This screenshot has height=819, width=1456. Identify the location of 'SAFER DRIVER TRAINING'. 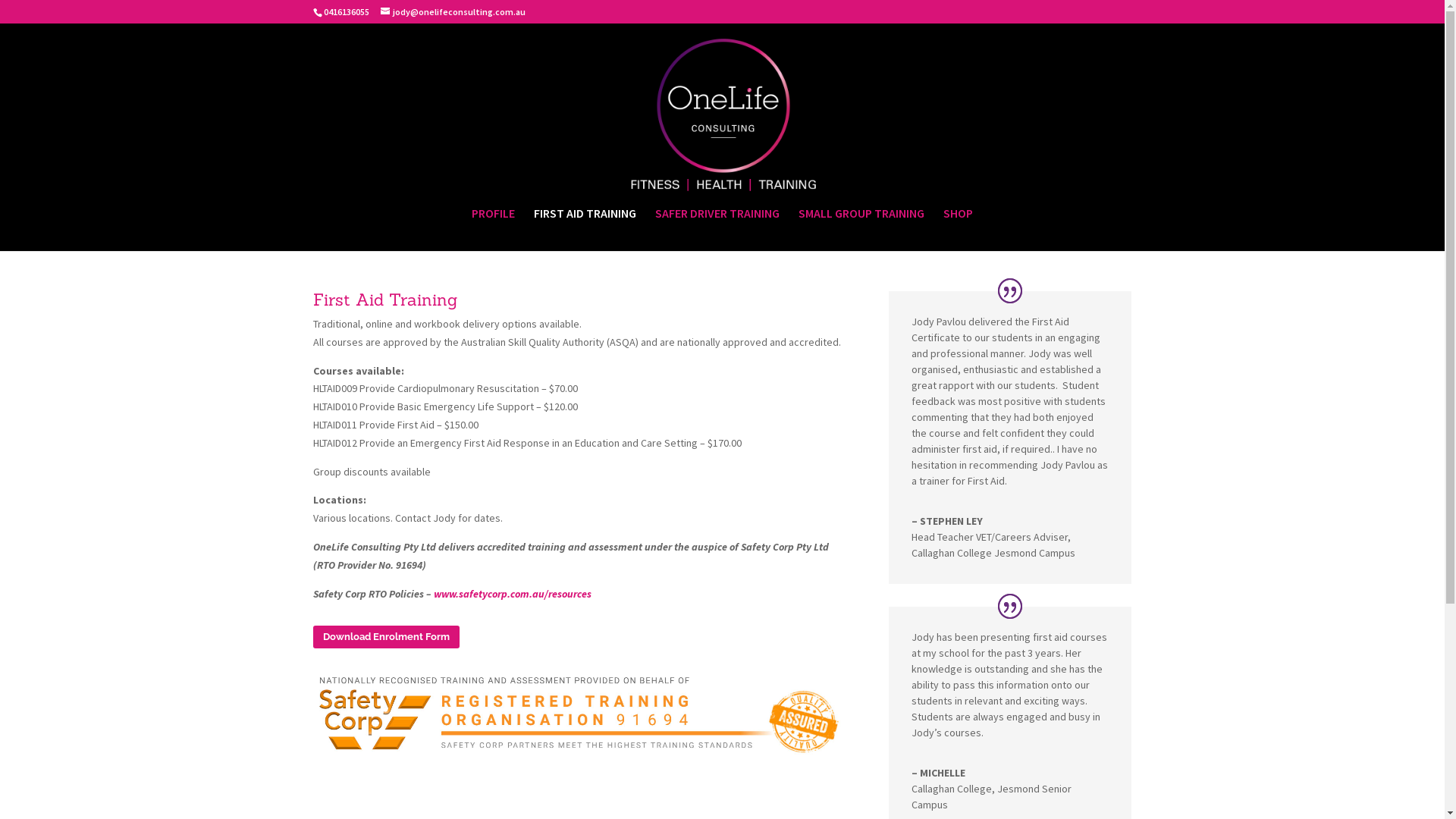
(655, 229).